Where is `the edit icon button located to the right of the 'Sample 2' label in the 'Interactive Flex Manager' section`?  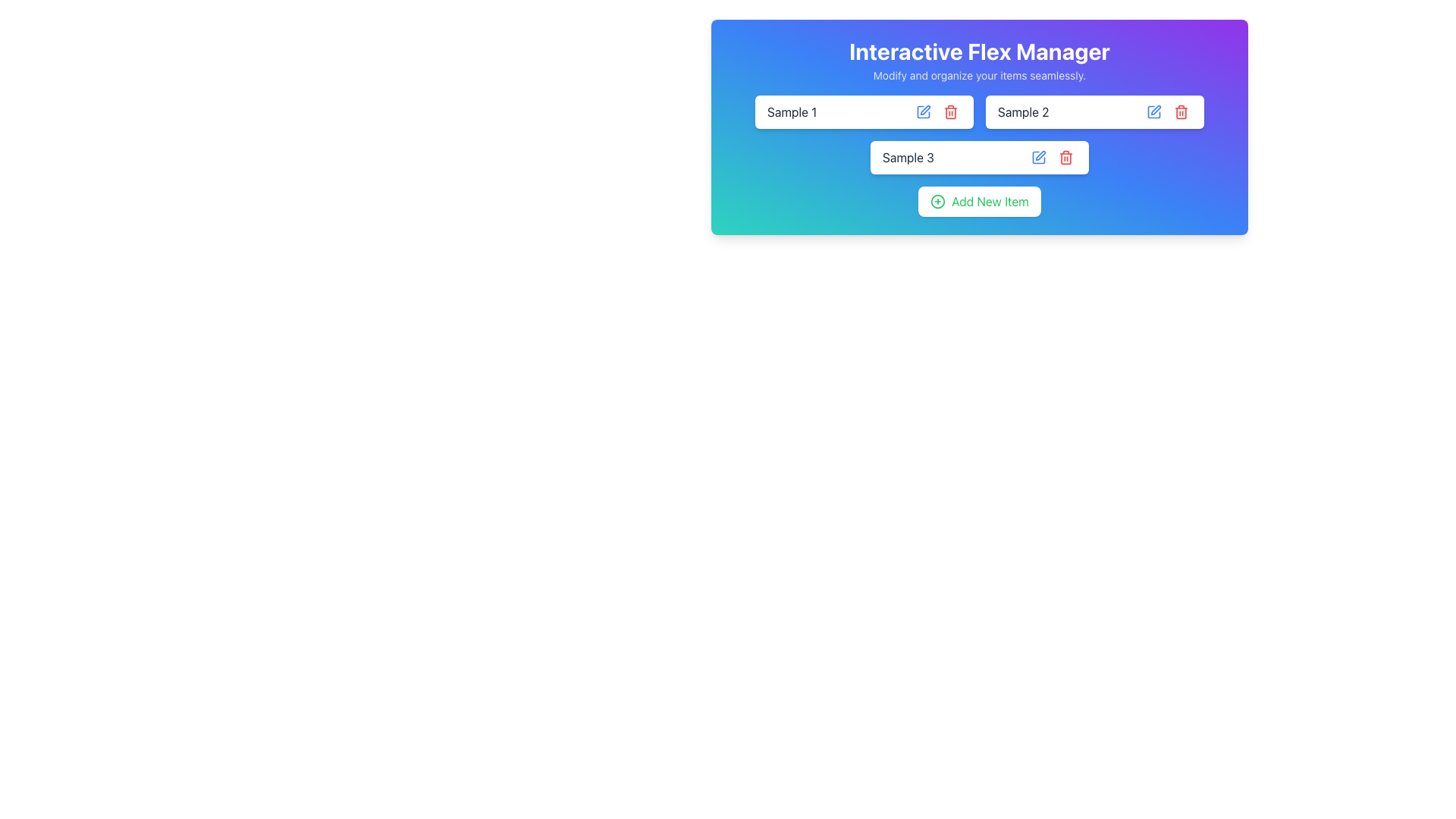
the edit icon button located to the right of the 'Sample 2' label in the 'Interactive Flex Manager' section is located at coordinates (1153, 111).